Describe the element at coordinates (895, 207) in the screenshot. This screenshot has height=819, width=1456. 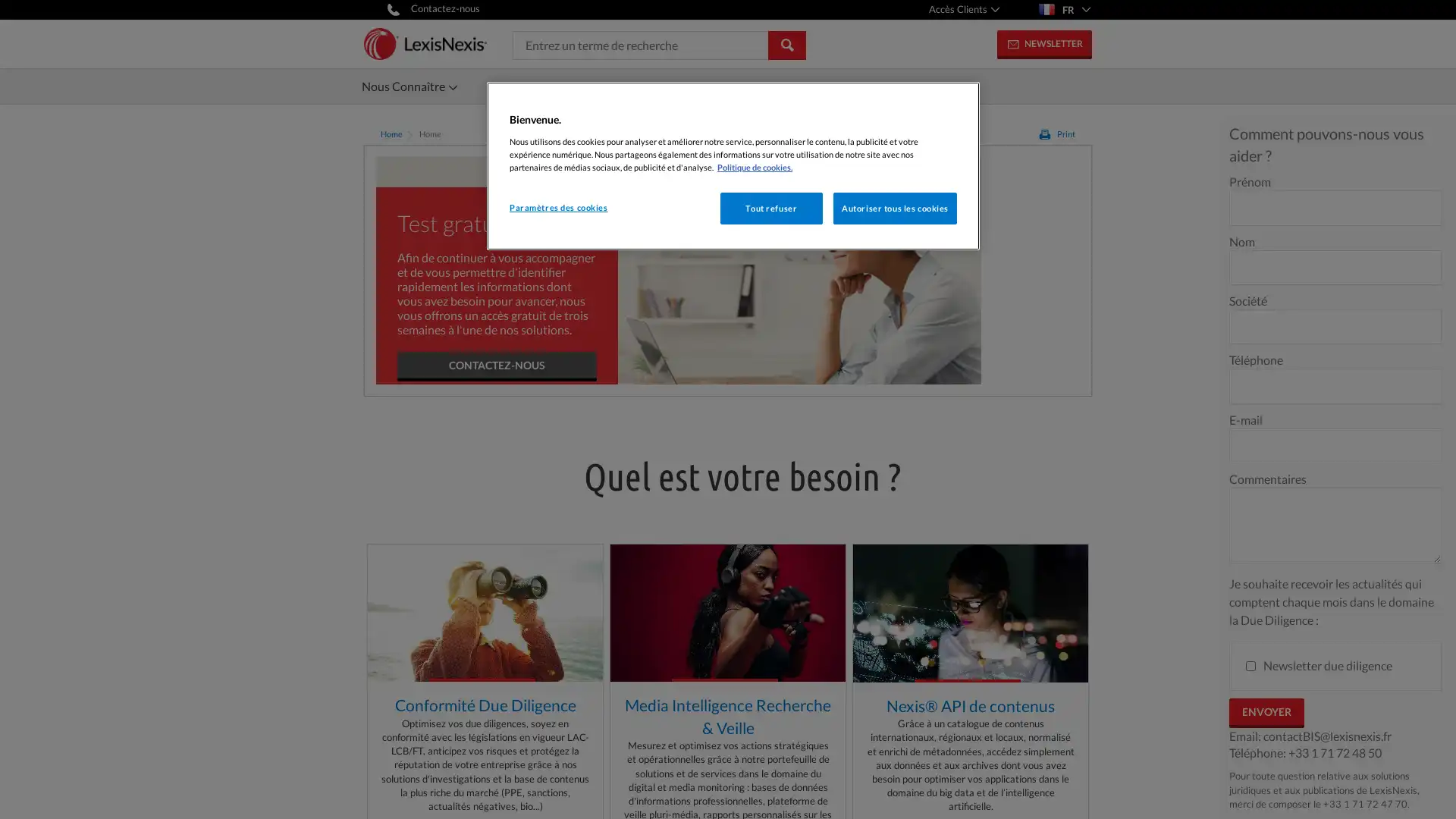
I see `Autoriser tous les cookies` at that location.